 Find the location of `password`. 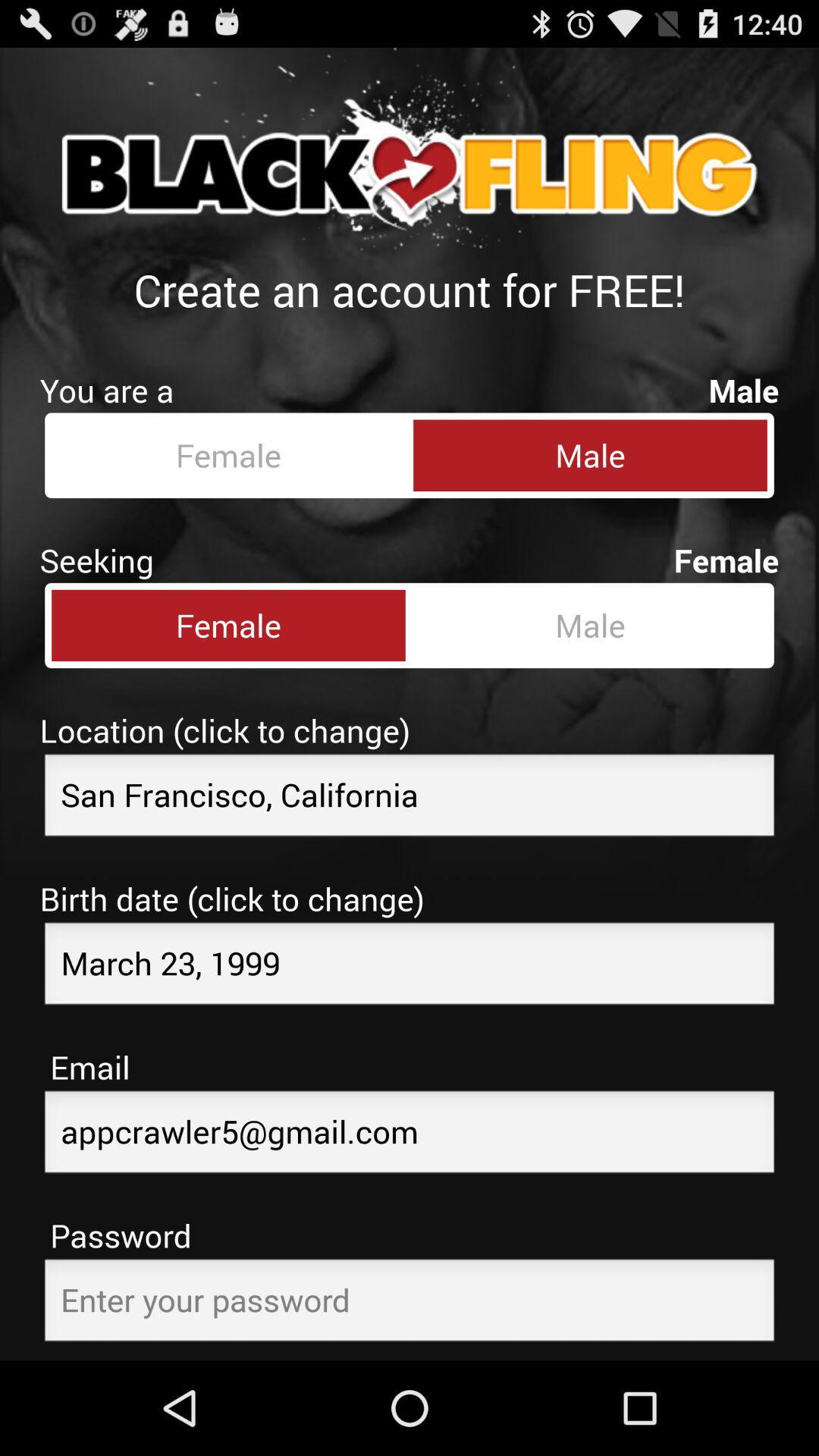

password is located at coordinates (409, 1304).